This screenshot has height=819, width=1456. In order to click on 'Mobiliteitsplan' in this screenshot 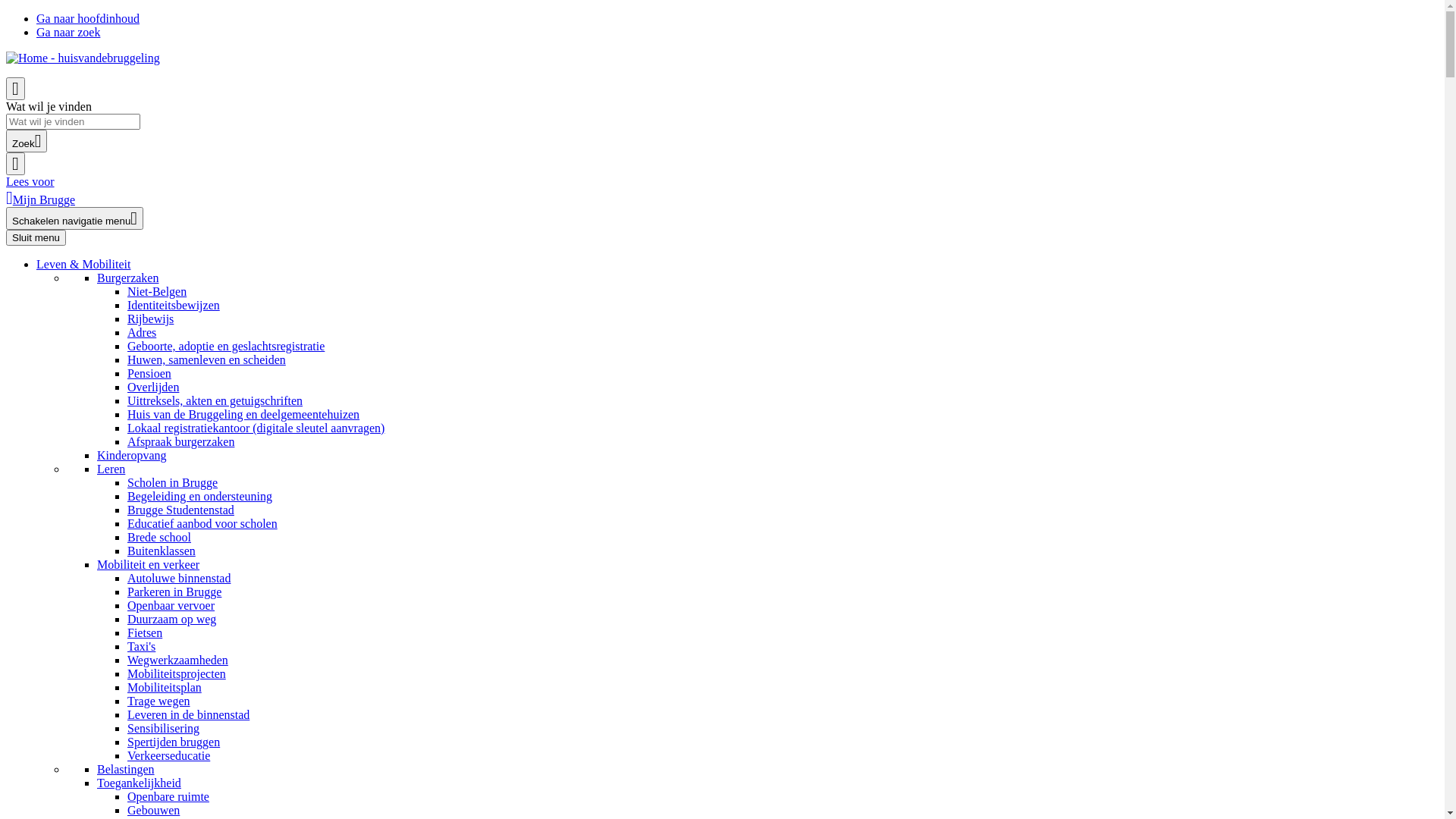, I will do `click(164, 687)`.